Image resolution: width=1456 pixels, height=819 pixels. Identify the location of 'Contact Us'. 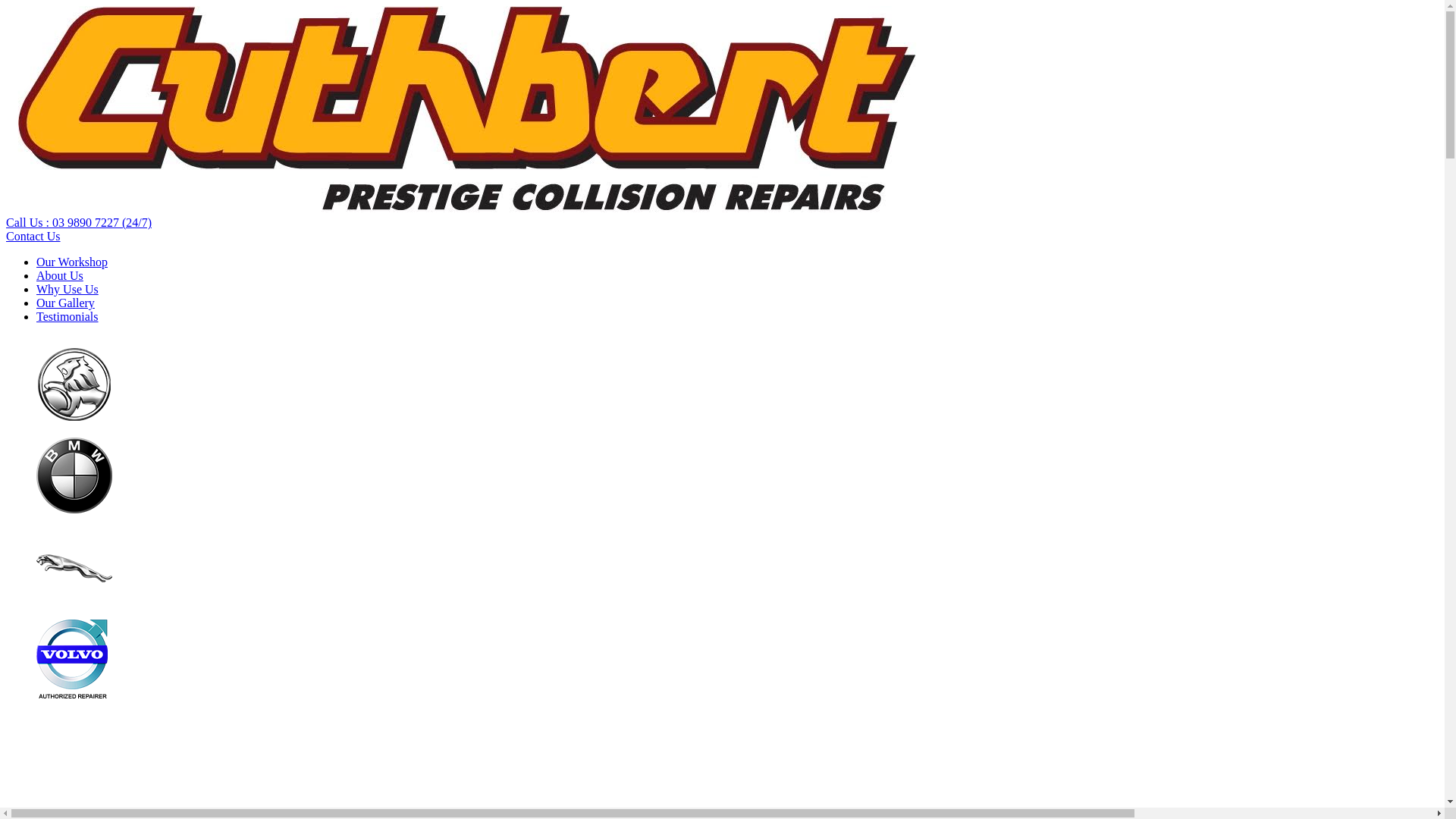
(33, 236).